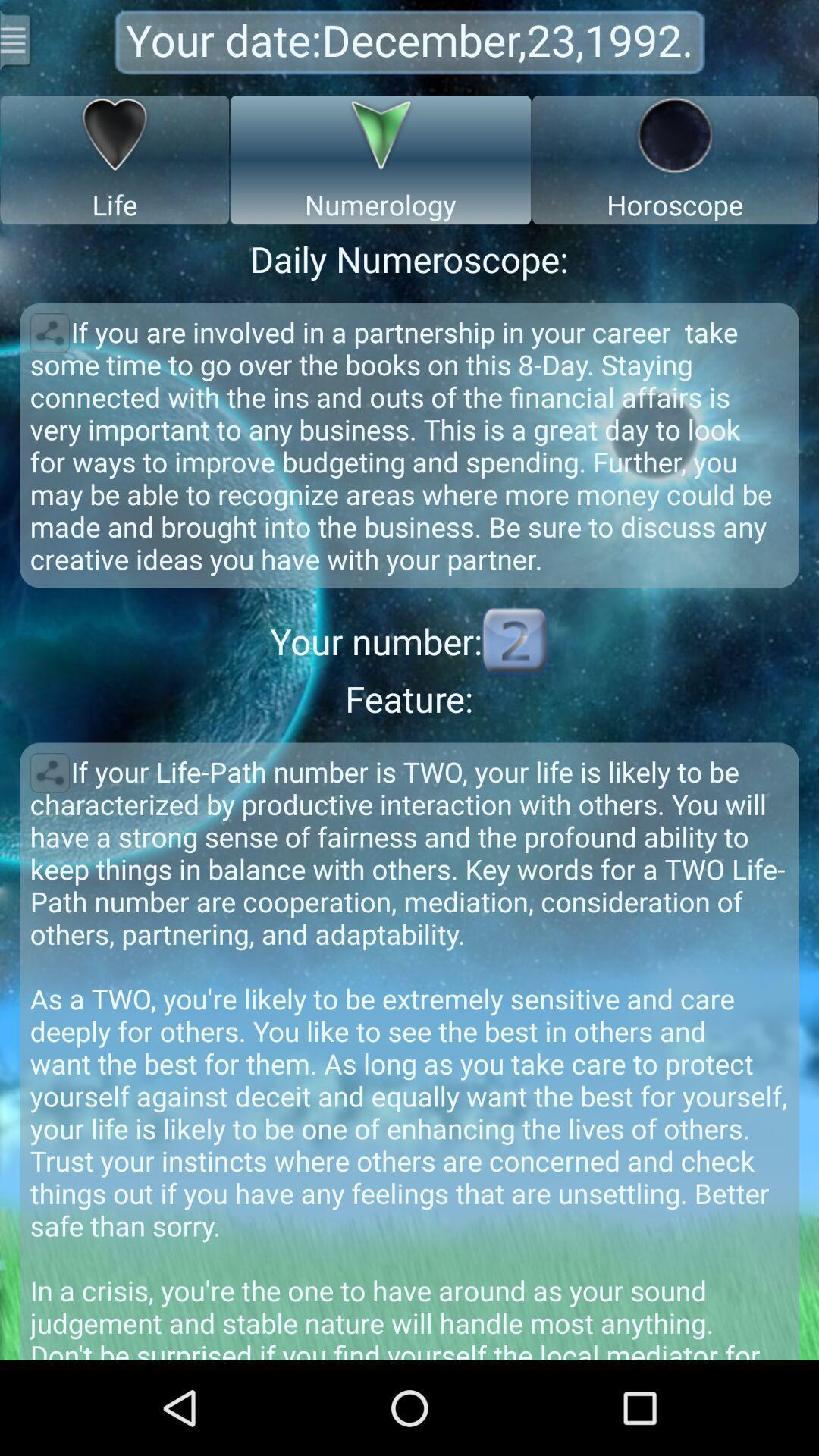 Image resolution: width=819 pixels, height=1456 pixels. Describe the element at coordinates (49, 826) in the screenshot. I see `the share icon` at that location.